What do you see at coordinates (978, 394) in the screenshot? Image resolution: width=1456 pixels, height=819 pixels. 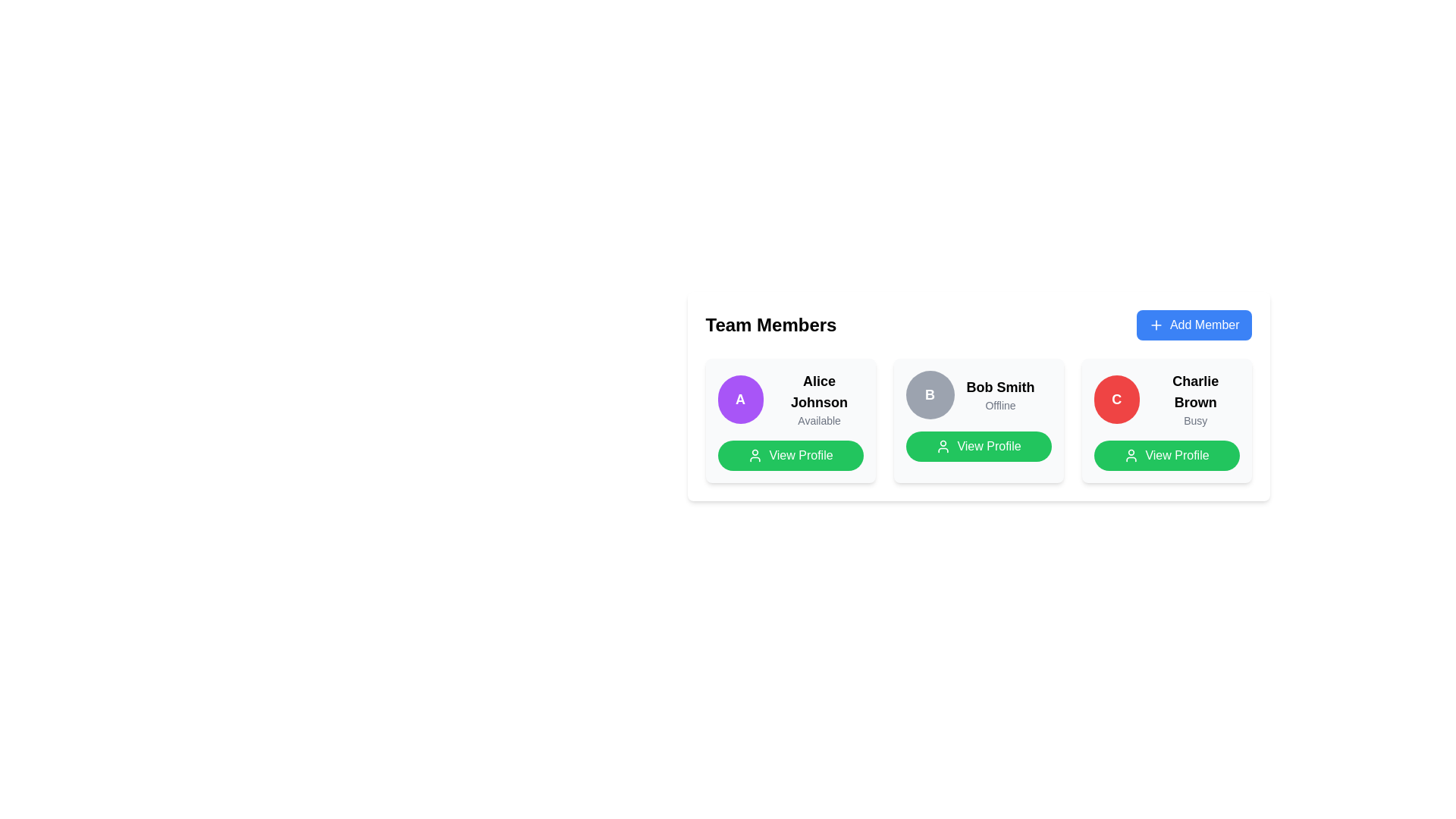 I see `the Profile Summary element displaying the user avatar with the initial 'B', the name 'Bob Smith' in bold black font, and the status 'Offline' in gray, which is the second user card under 'Team Members'` at bounding box center [978, 394].